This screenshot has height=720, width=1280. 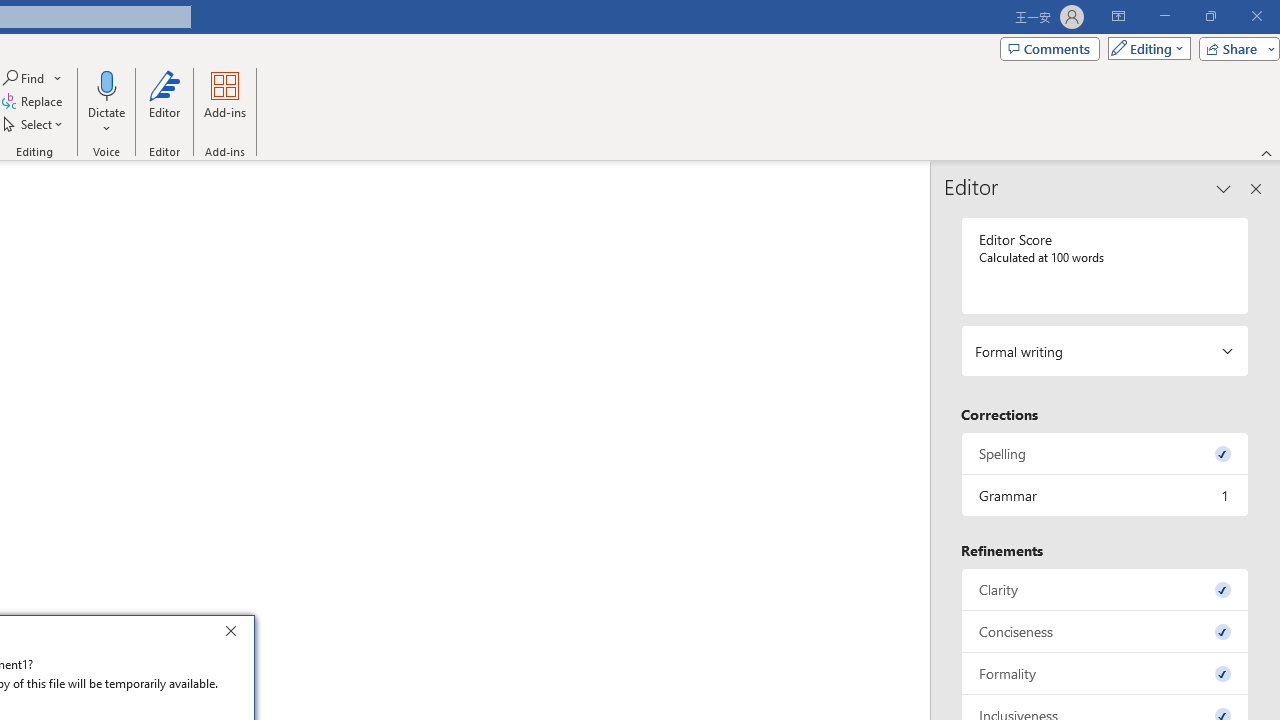 I want to click on 'Conciseness, 0 issues. Press space or enter to review items.', so click(x=1104, y=631).